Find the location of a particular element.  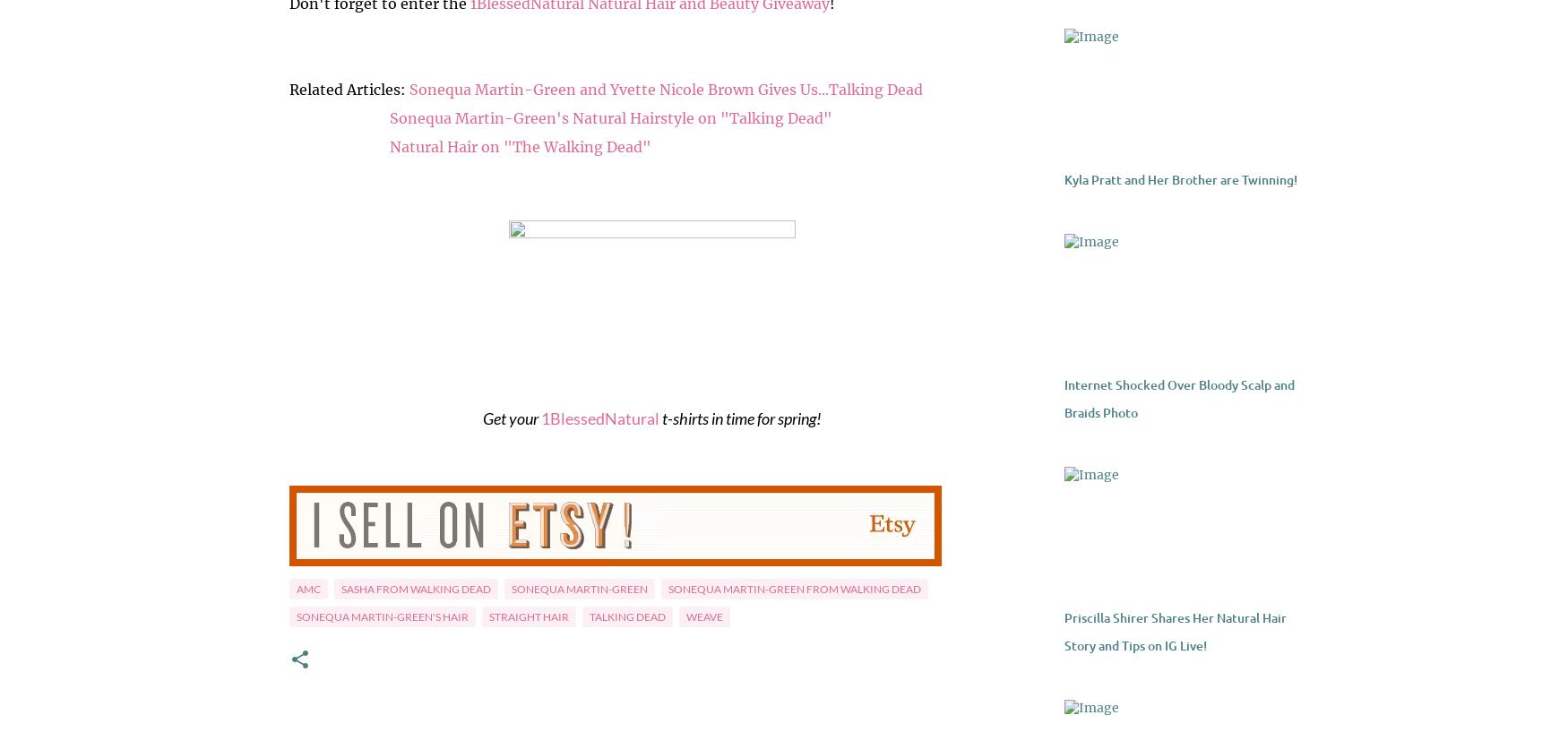

'Priscilla Shirer Shares Her Natural Hair Story and Tips on IG Live!' is located at coordinates (1173, 632).